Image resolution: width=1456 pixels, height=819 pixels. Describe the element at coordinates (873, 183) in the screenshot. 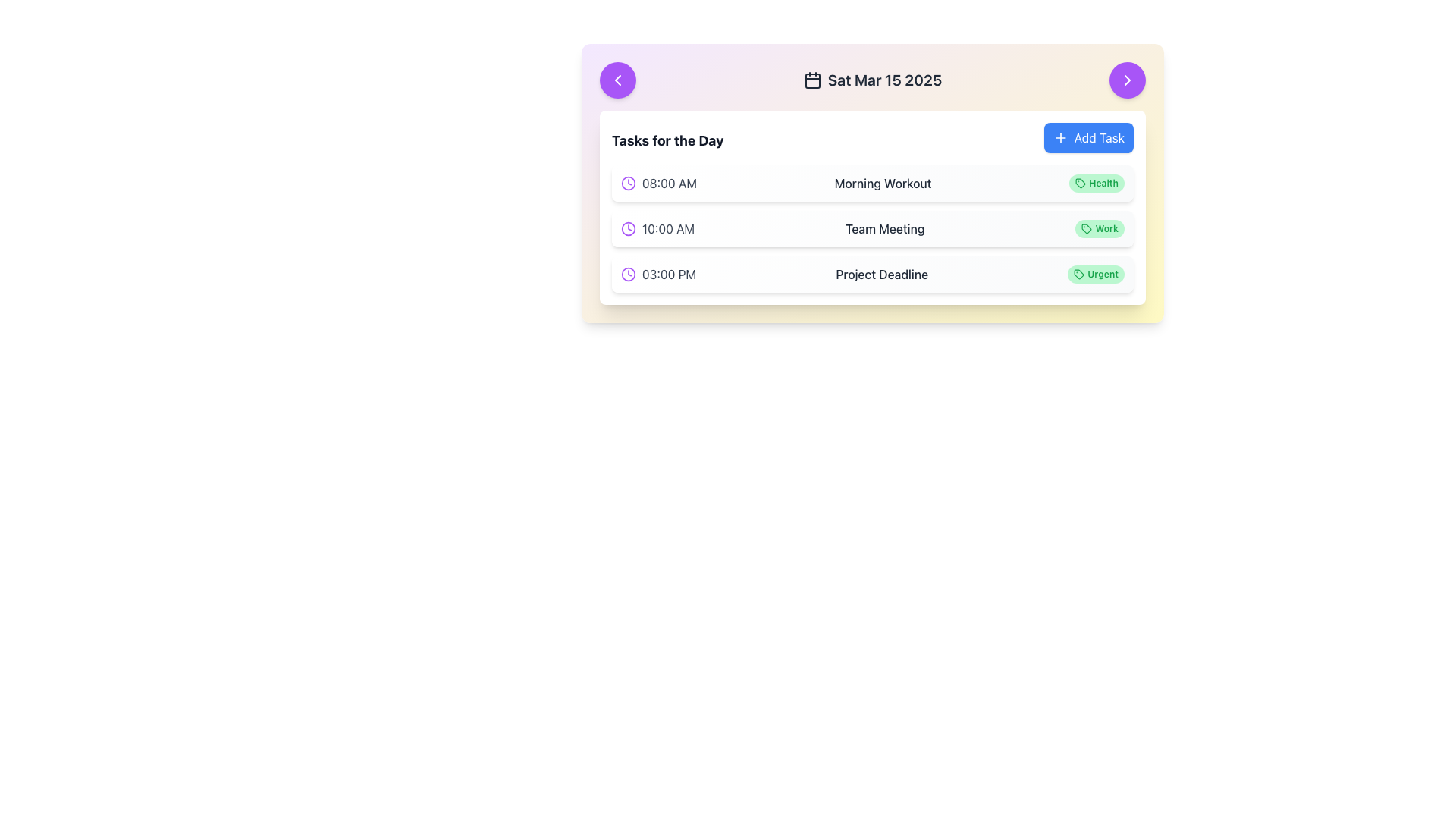

I see `the 'Morning Workout' row entry in the task list to interact with it. This row contains a clock icon, time text, a bold text label, and a health tag icon, and is located under the 'Tasks for the Day' section` at that location.